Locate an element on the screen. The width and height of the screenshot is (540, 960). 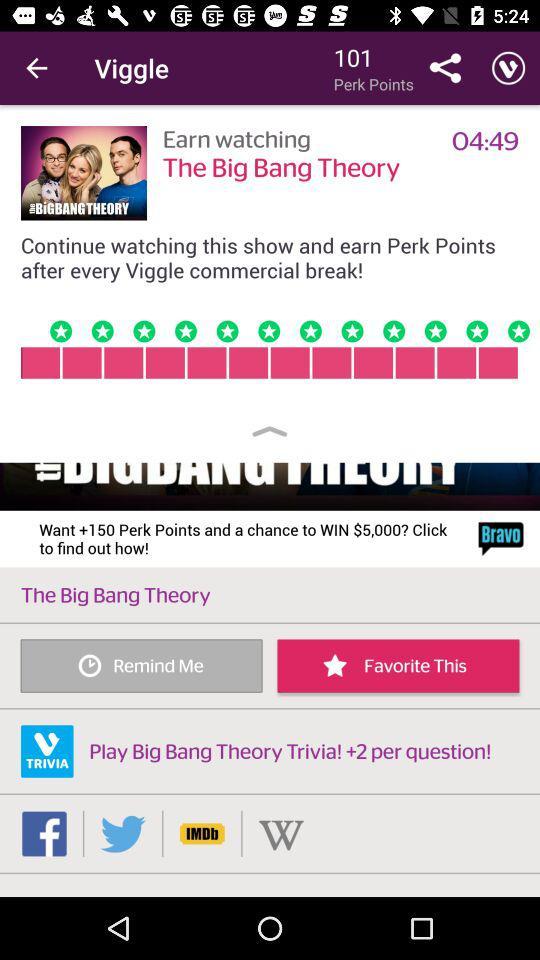
the arrow_downward icon is located at coordinates (280, 833).